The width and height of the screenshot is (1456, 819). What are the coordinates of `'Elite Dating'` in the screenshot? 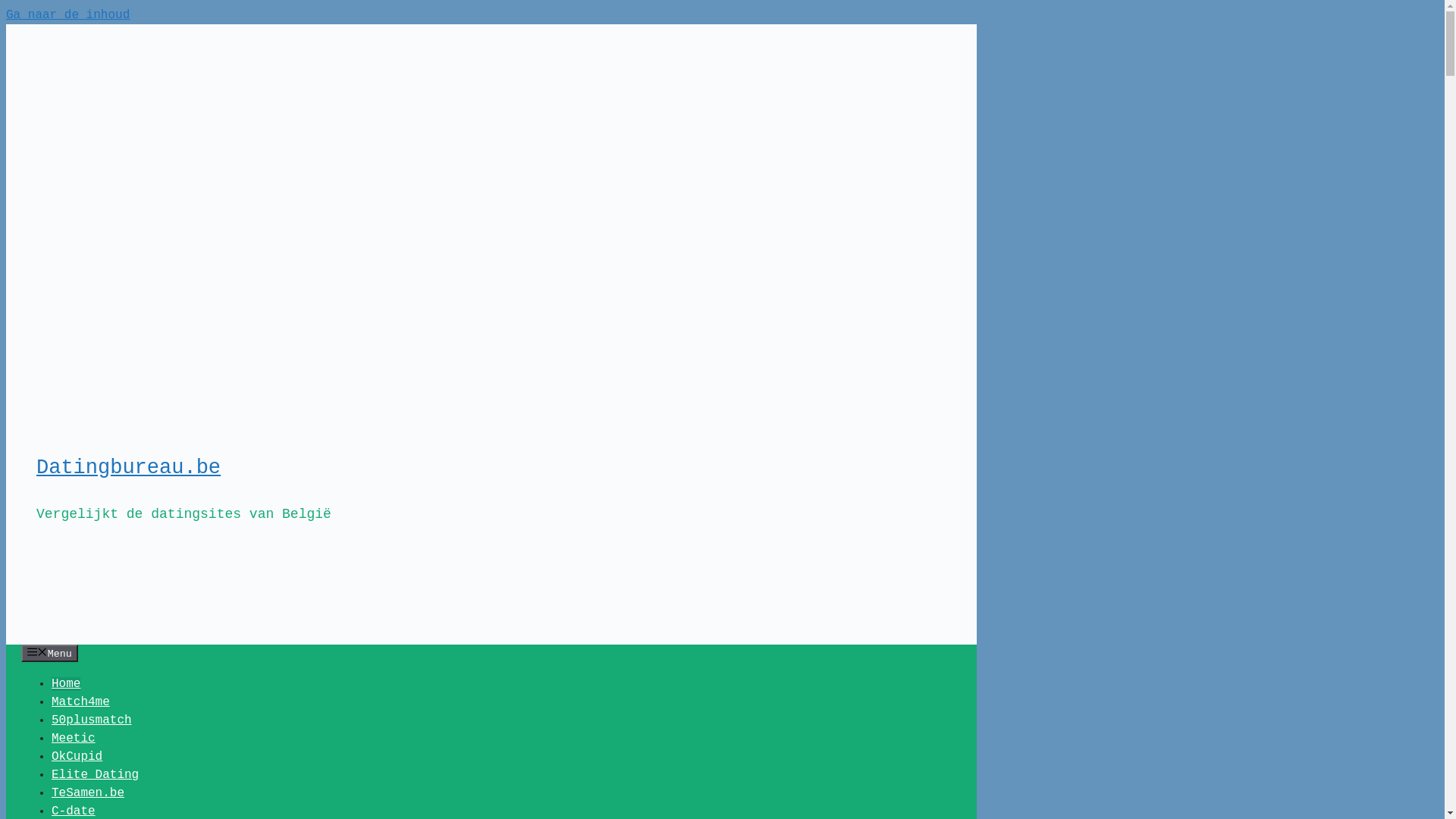 It's located at (94, 775).